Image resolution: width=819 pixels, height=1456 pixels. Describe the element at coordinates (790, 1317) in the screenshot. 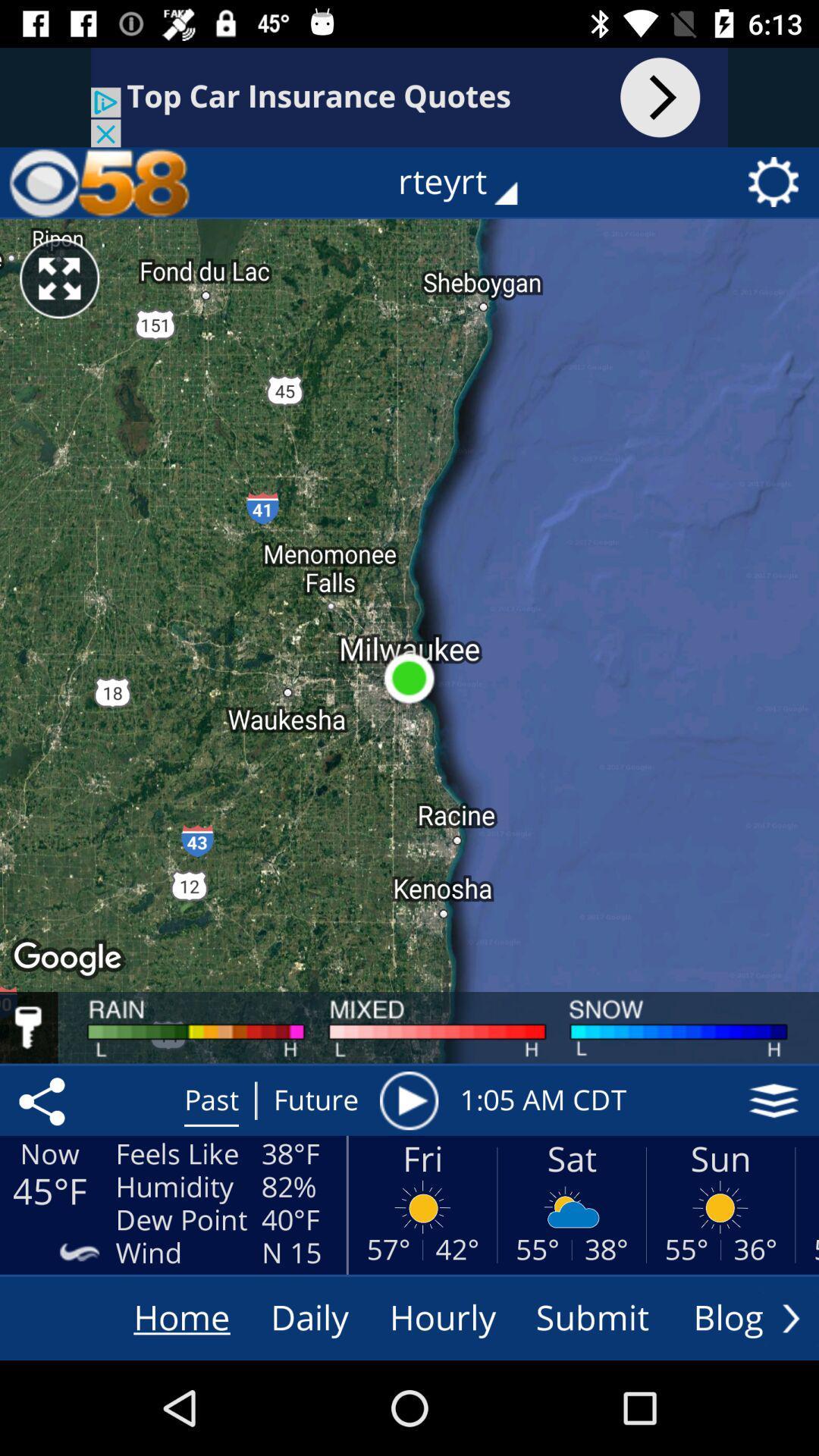

I see `next` at that location.